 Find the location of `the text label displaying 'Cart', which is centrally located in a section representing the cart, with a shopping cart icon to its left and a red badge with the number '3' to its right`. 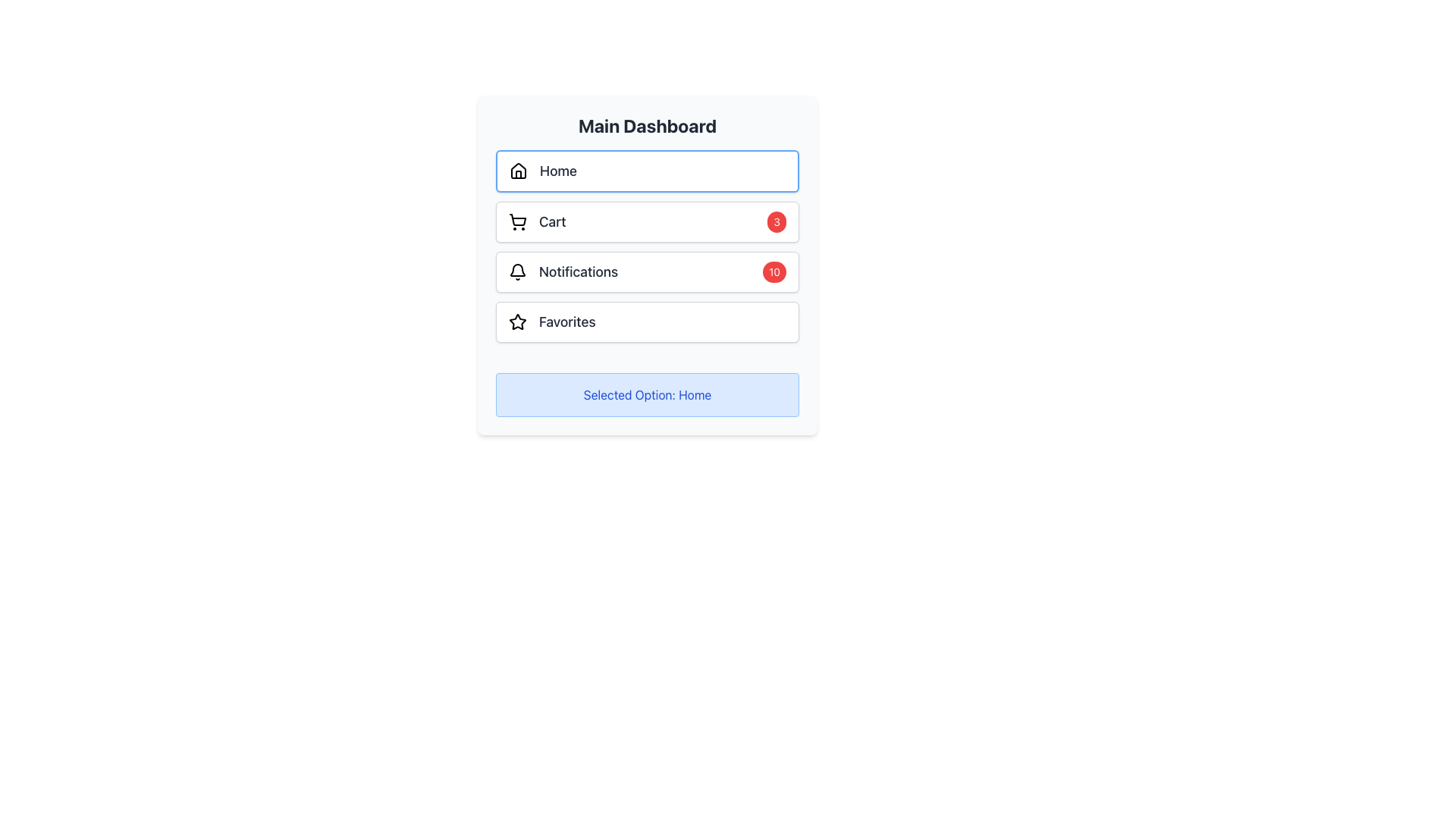

the text label displaying 'Cart', which is centrally located in a section representing the cart, with a shopping cart icon to its left and a red badge with the number '3' to its right is located at coordinates (647, 222).